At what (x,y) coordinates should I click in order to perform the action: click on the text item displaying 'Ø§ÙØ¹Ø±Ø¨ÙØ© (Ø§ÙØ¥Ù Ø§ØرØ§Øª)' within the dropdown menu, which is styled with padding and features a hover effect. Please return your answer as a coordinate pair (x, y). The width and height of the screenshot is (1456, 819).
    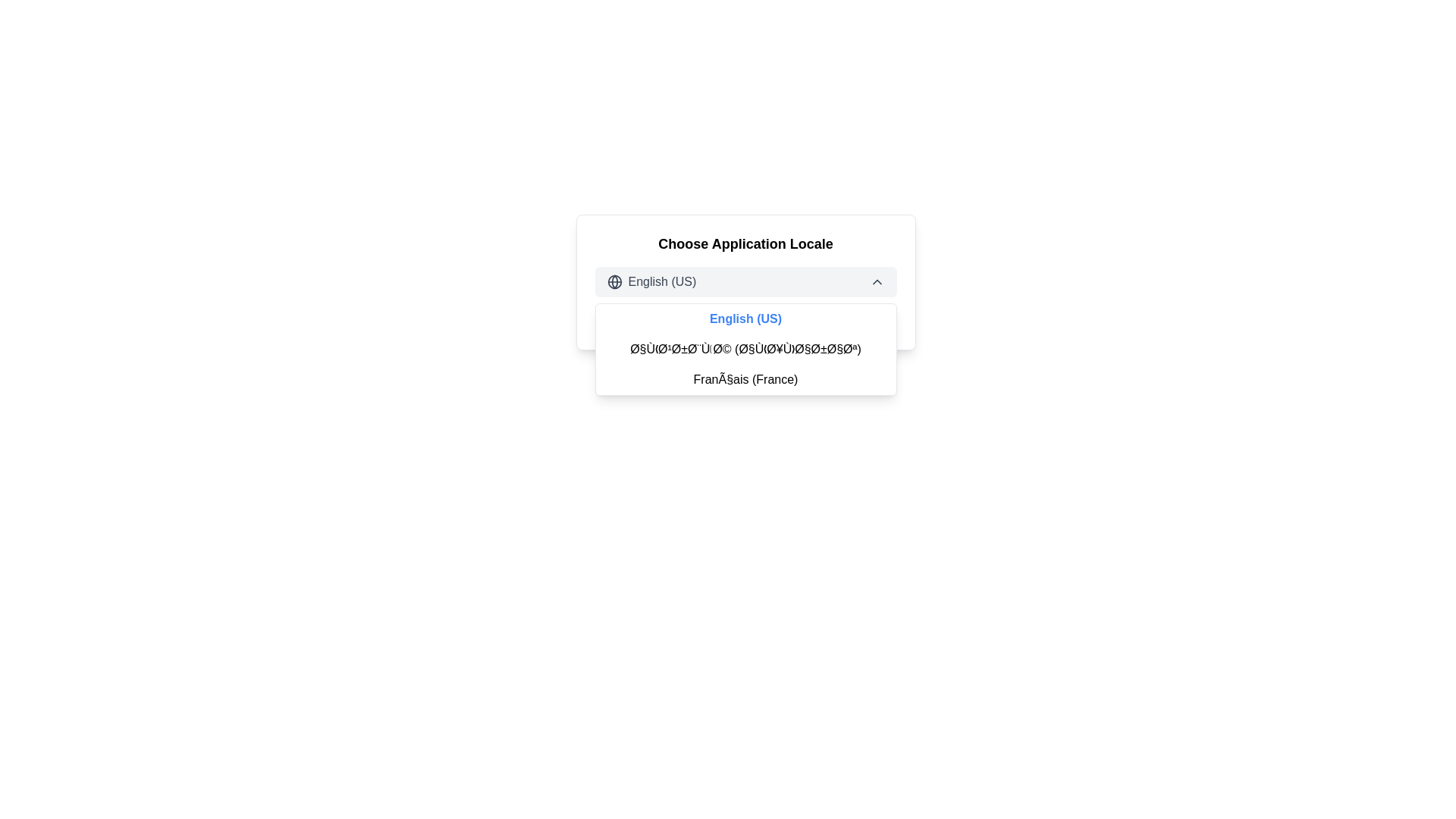
    Looking at the image, I should click on (745, 350).